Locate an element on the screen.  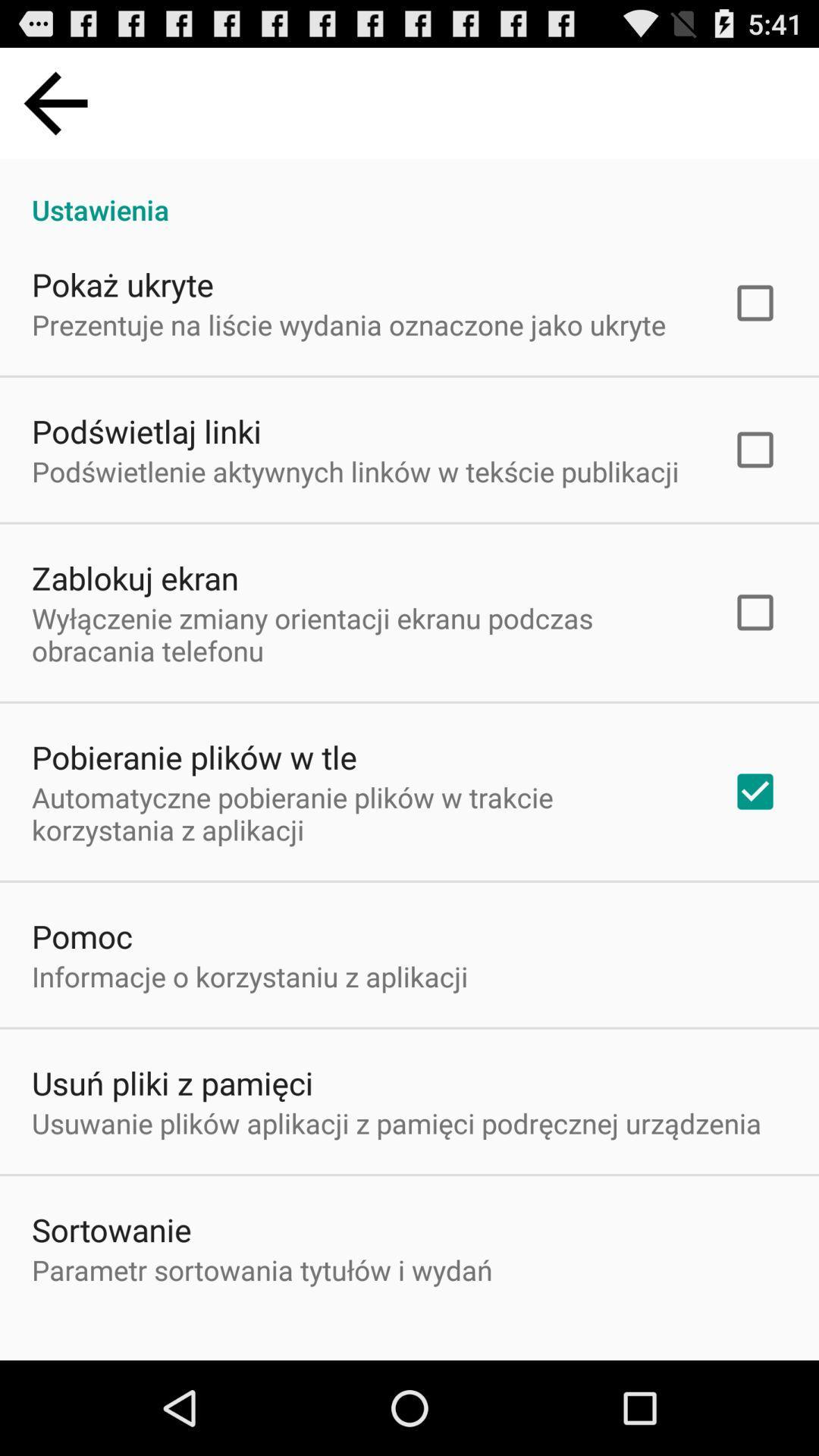
the pomoc is located at coordinates (82, 935).